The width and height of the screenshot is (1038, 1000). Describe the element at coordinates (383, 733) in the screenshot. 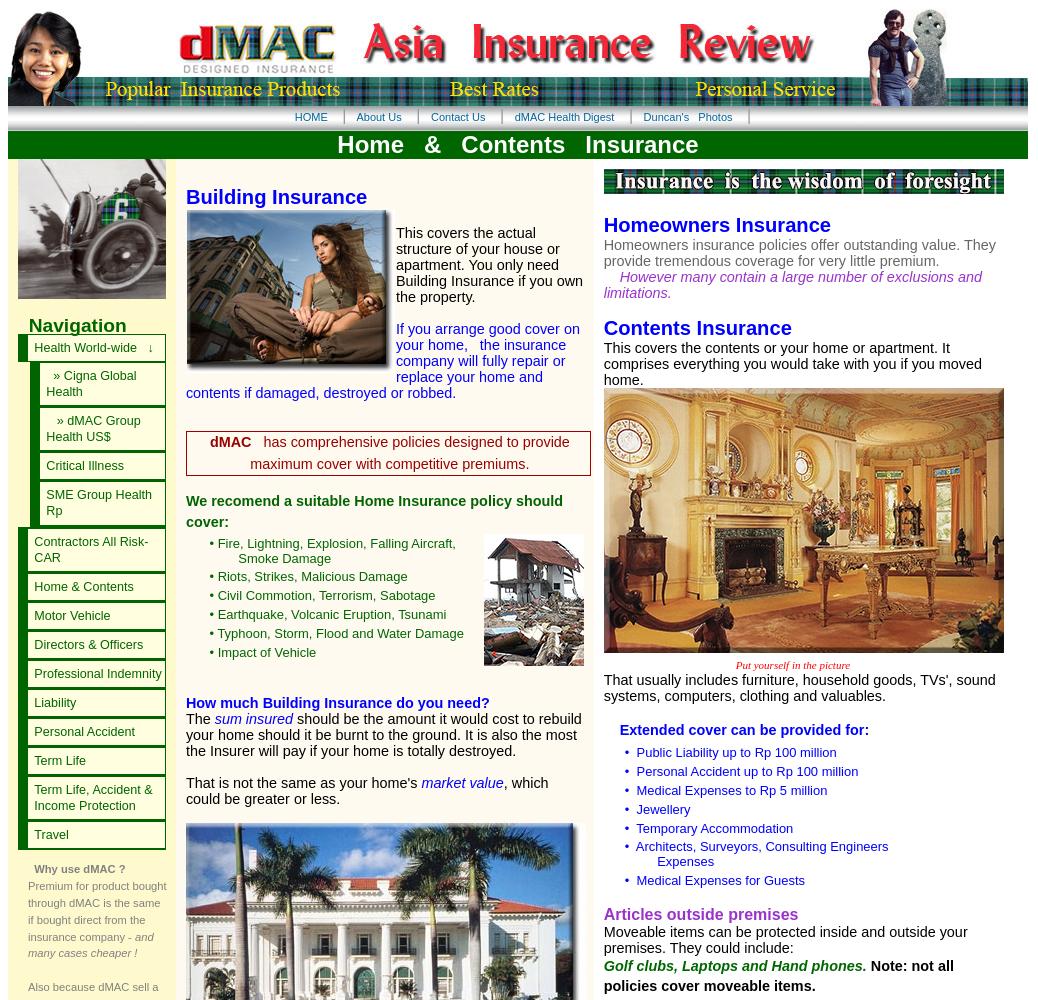

I see `'should be the amount it would cost to rebuild your home should it be burnt to the ground. It is also the most the Insurer will pay if your home is totally destroyed.'` at that location.